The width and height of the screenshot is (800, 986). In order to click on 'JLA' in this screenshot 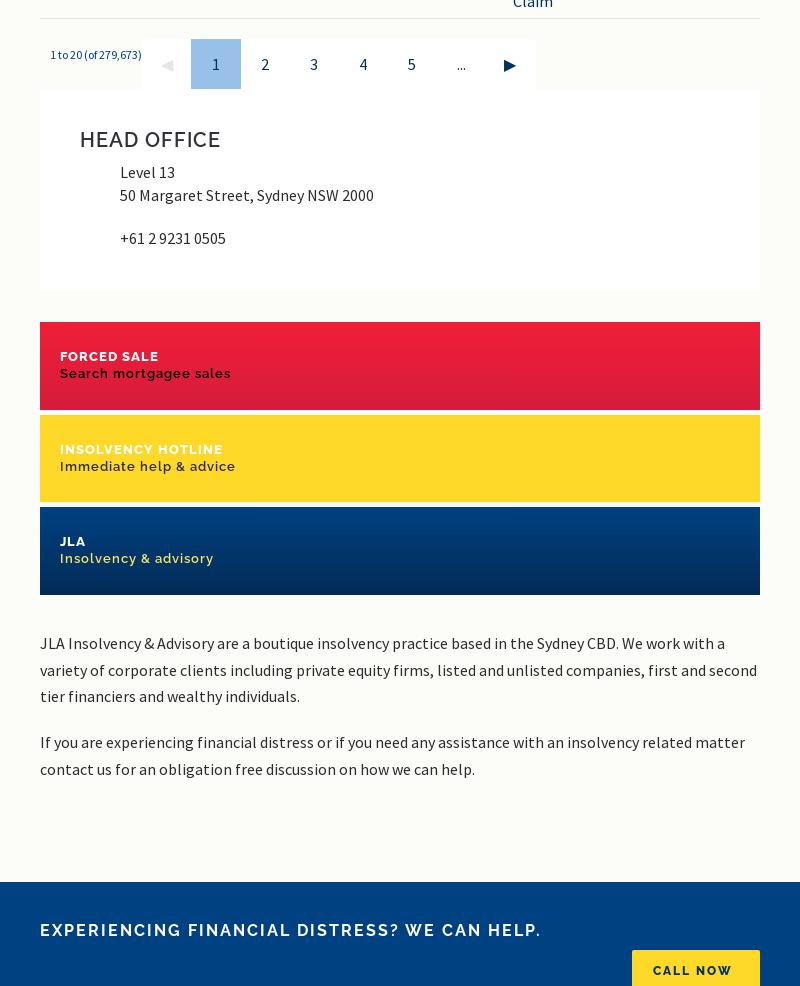, I will do `click(77, 540)`.